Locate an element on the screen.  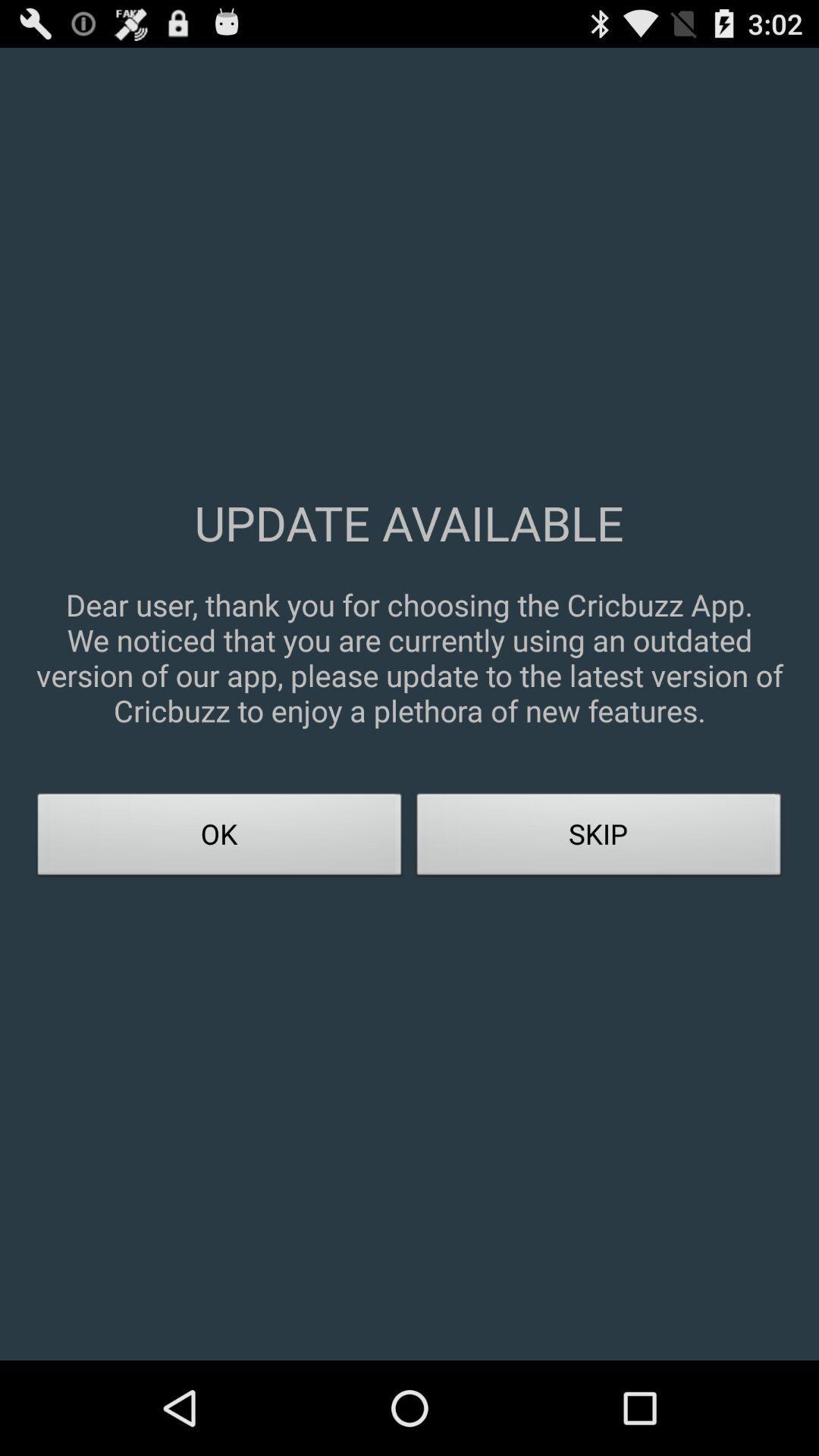
app below dear user thank icon is located at coordinates (219, 838).